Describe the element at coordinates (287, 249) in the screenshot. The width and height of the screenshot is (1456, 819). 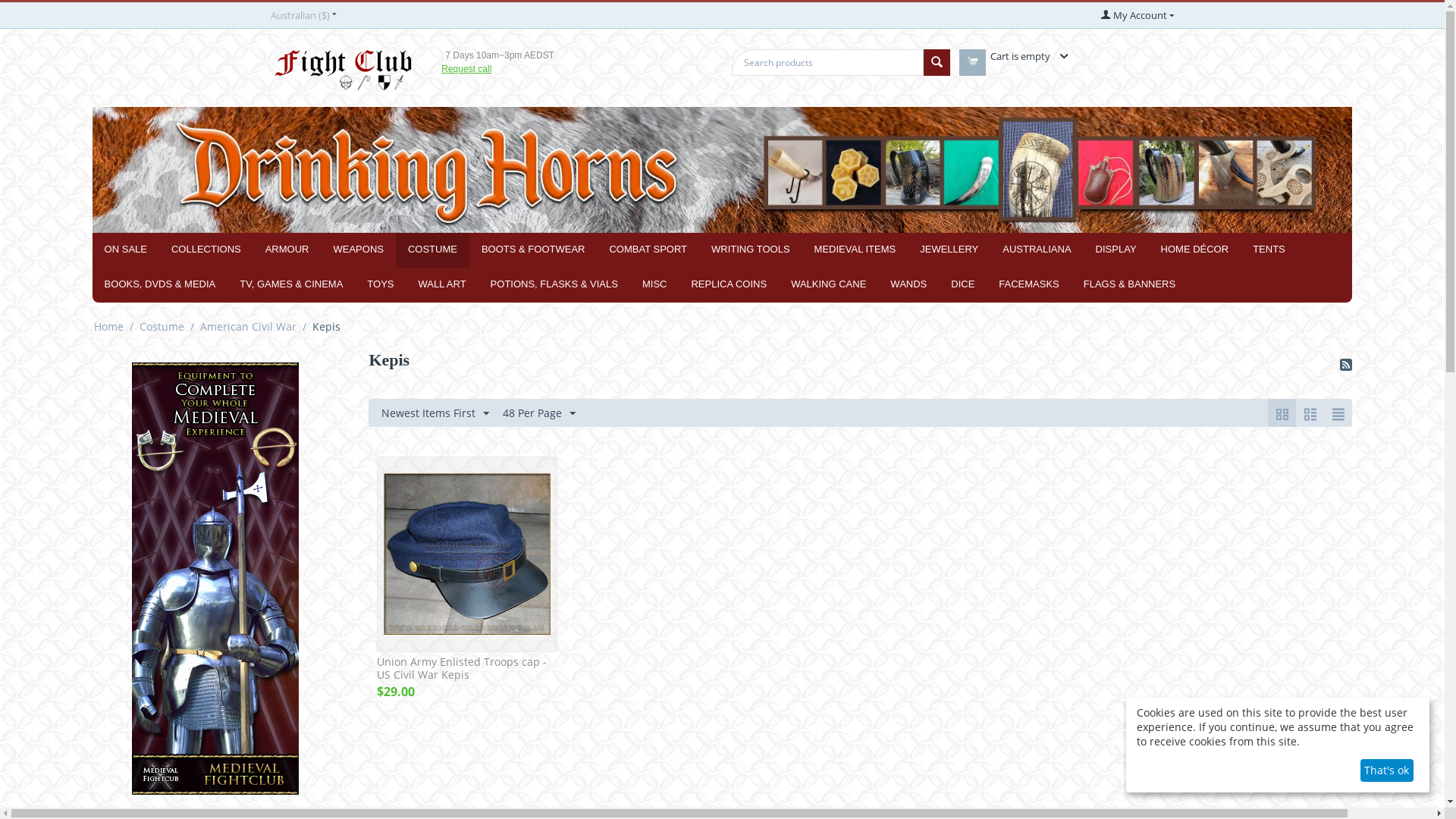
I see `'ARMOUR'` at that location.